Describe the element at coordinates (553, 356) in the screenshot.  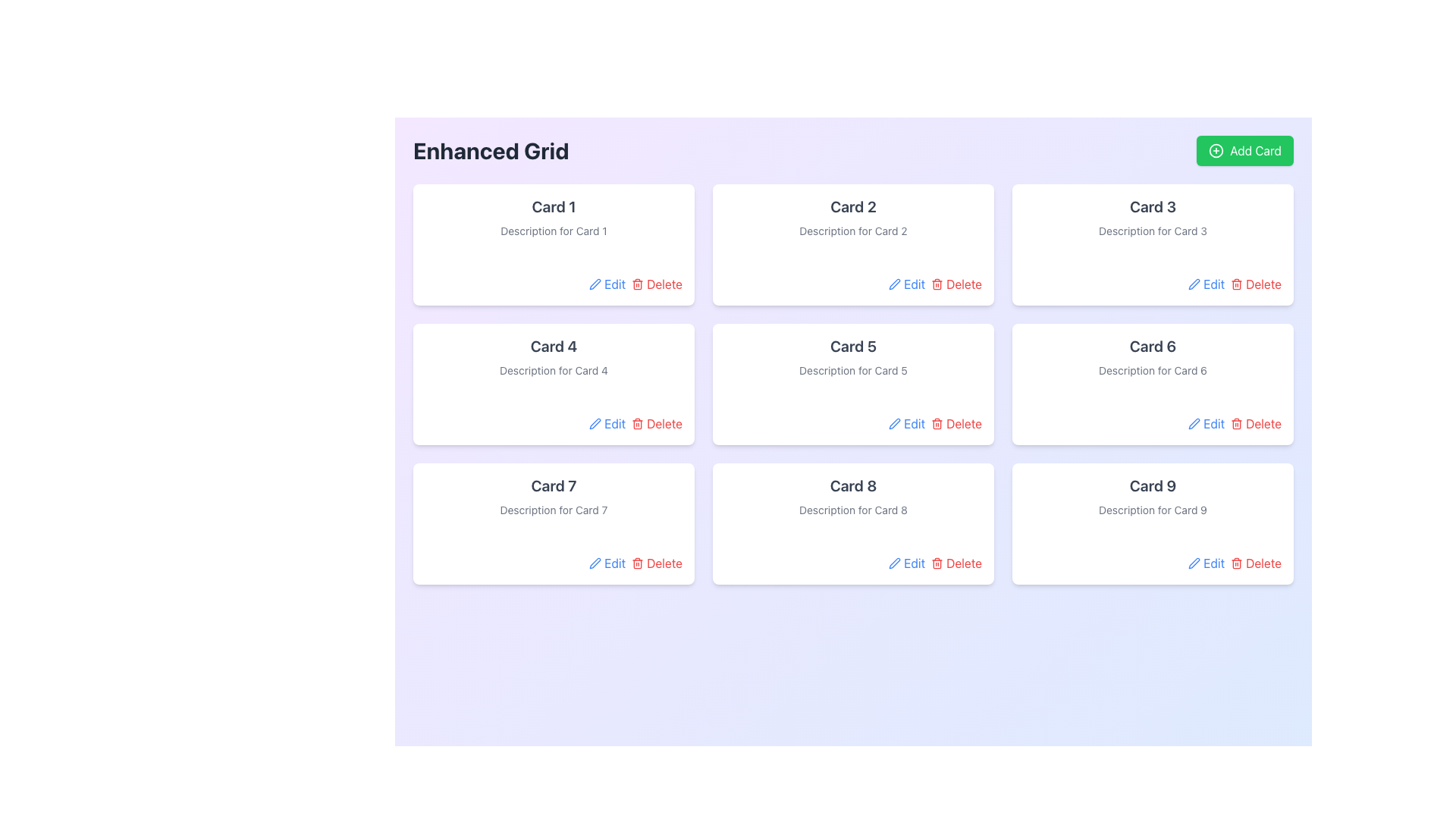
I see `text from the title and description section of Card 4, located in the second row, first column of the interface, below the 'Enhanced Grid' title header` at that location.